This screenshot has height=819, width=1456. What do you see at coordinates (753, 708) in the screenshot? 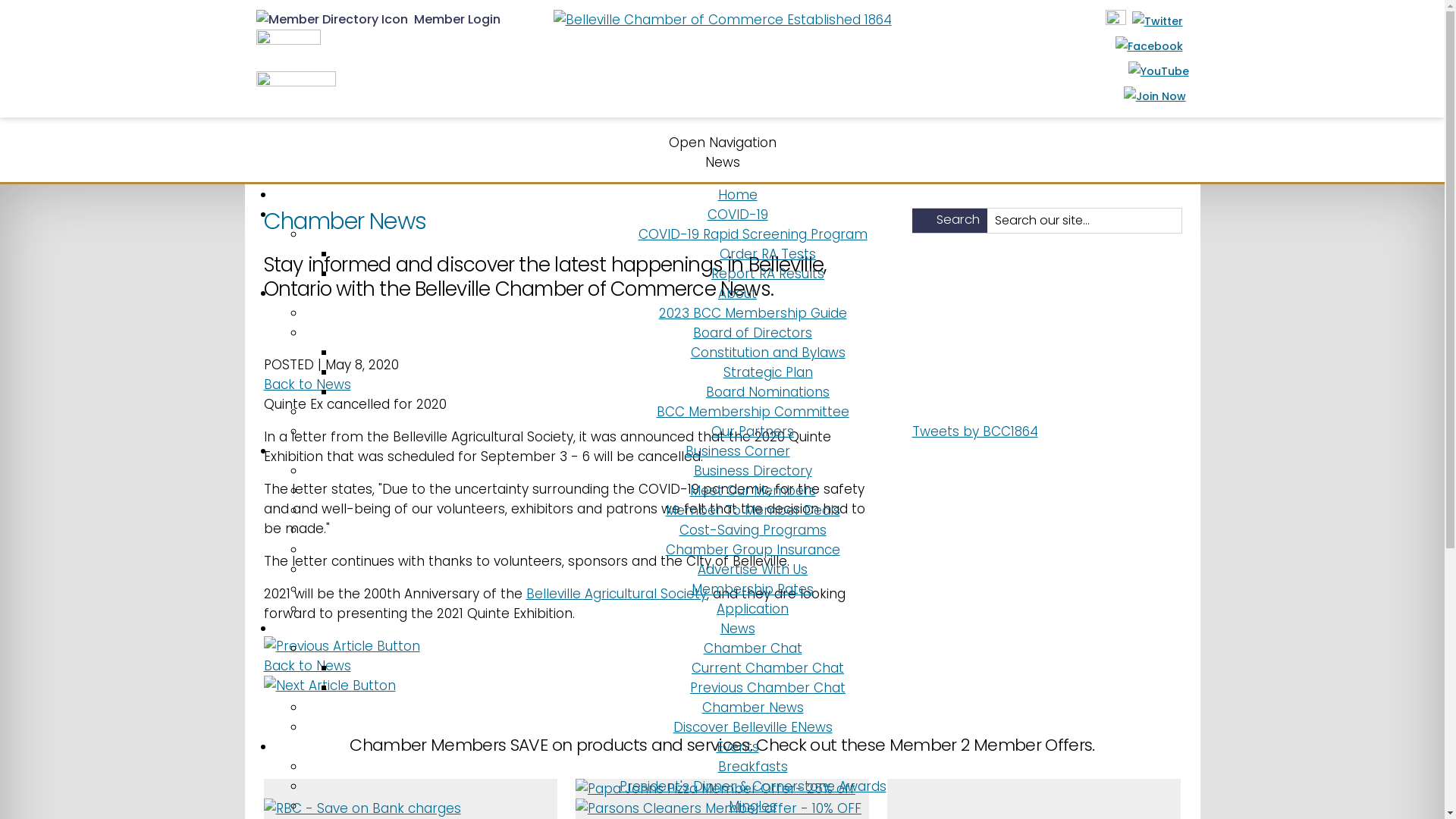
I see `'Chamber News'` at bounding box center [753, 708].